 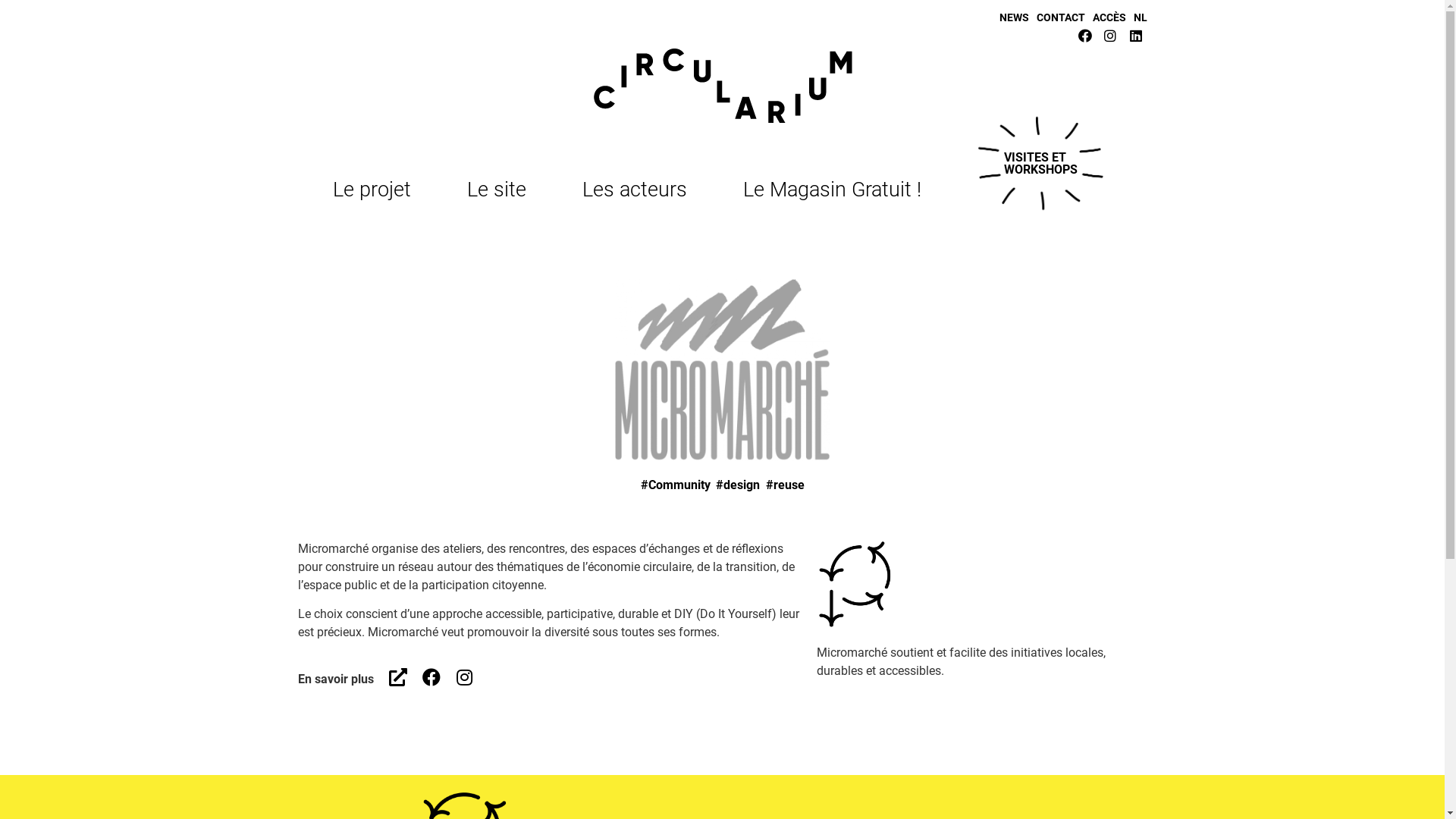 What do you see at coordinates (1059, 17) in the screenshot?
I see `'CONTACT'` at bounding box center [1059, 17].